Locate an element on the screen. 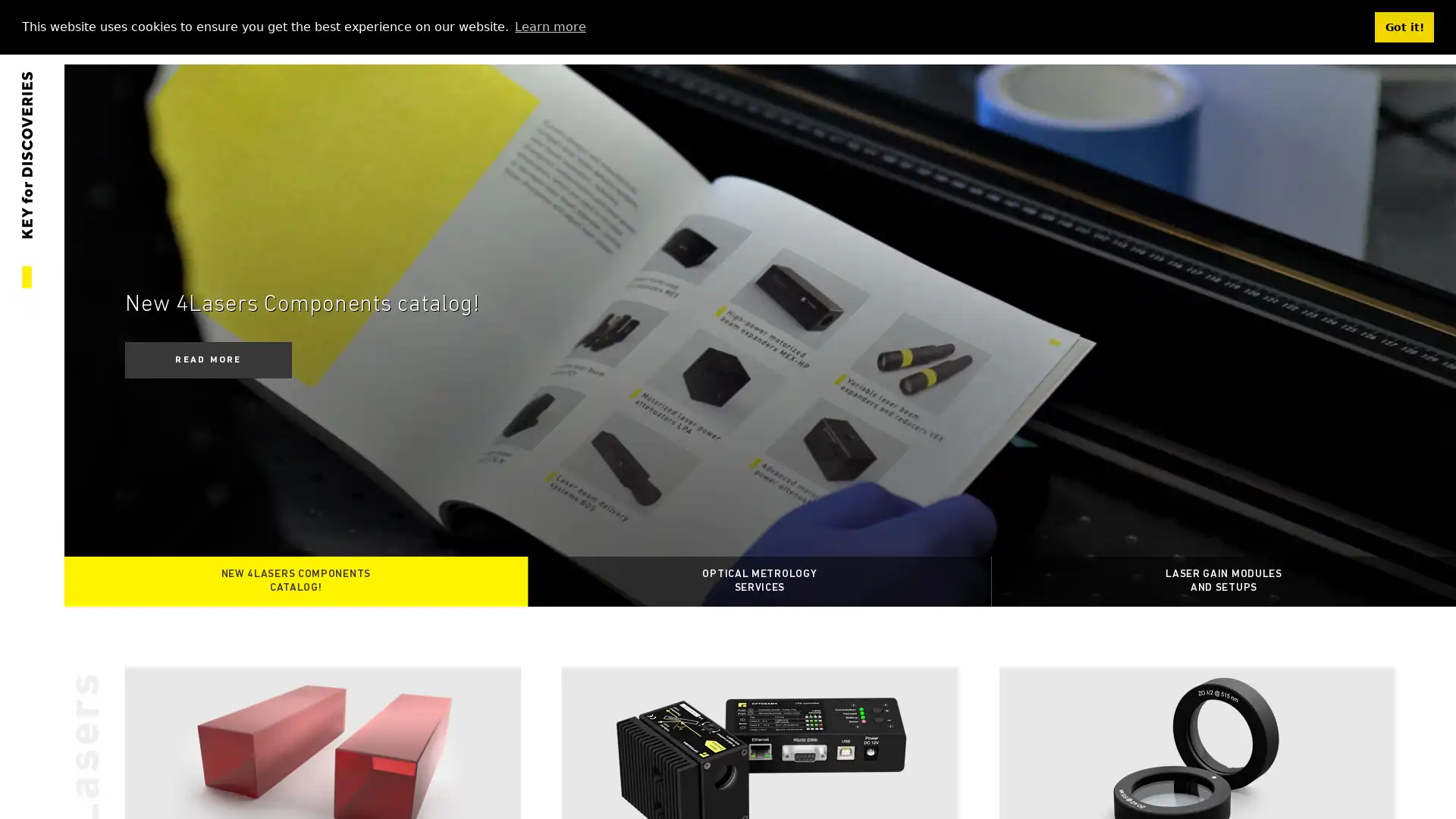 The height and width of the screenshot is (819, 1456). dismiss cookie message is located at coordinates (1404, 27).